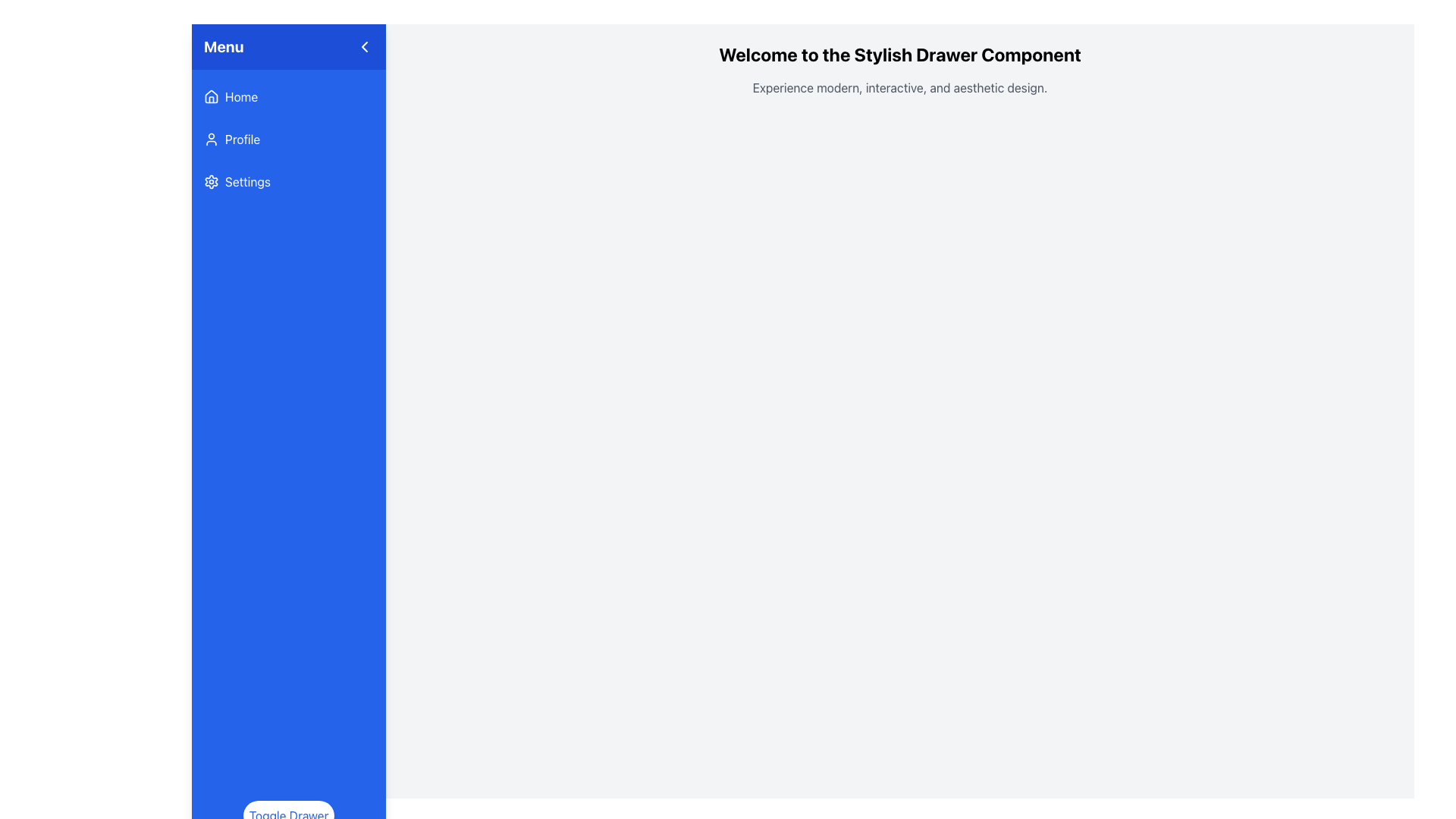  I want to click on the 'Home' button at the top of the navigation menu, so click(288, 96).